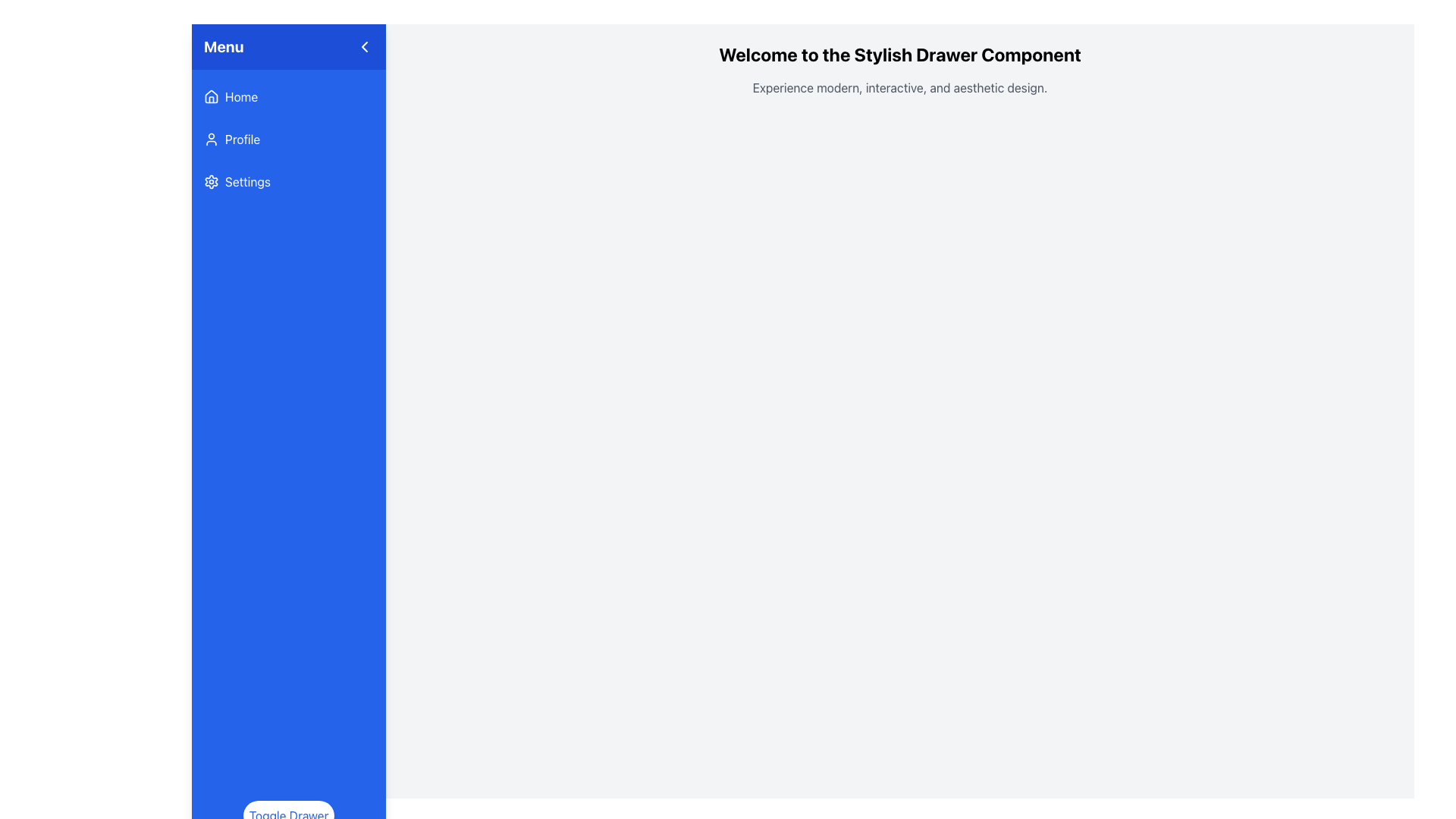  I want to click on the 'Home' button at the top of the navigation menu, so click(288, 96).